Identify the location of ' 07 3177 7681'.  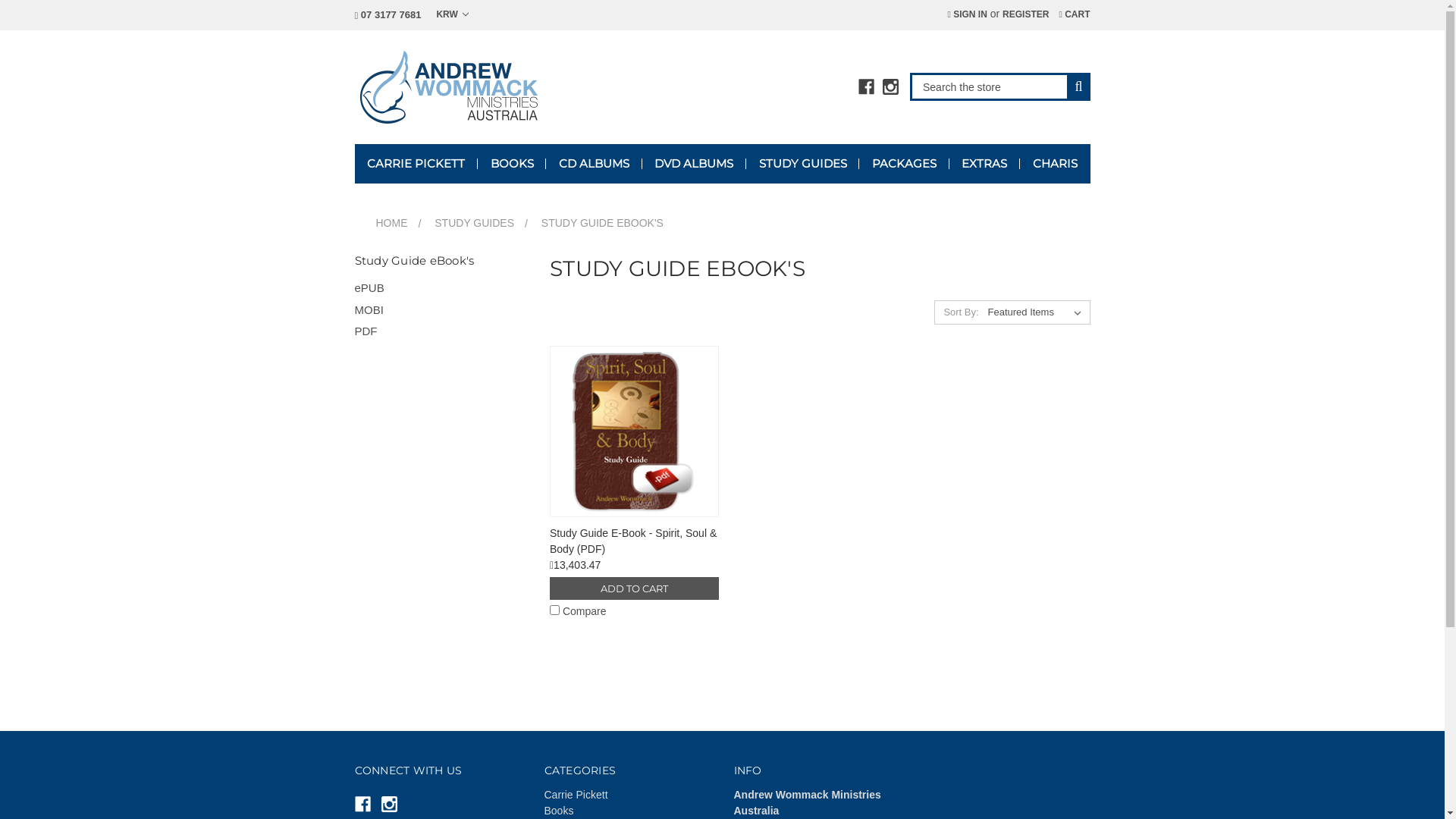
(388, 14).